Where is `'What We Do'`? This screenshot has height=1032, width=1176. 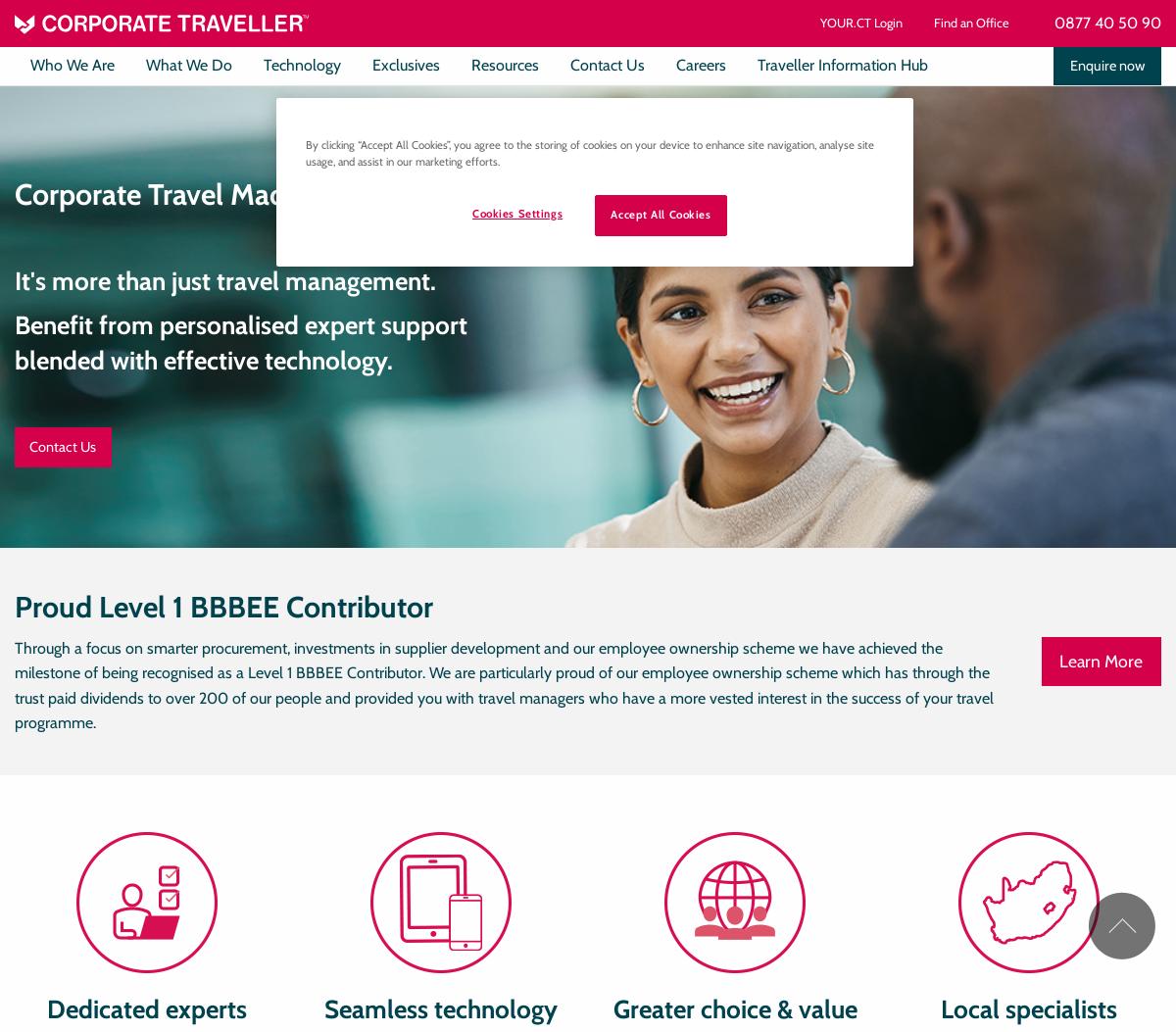
'What We Do' is located at coordinates (146, 64).